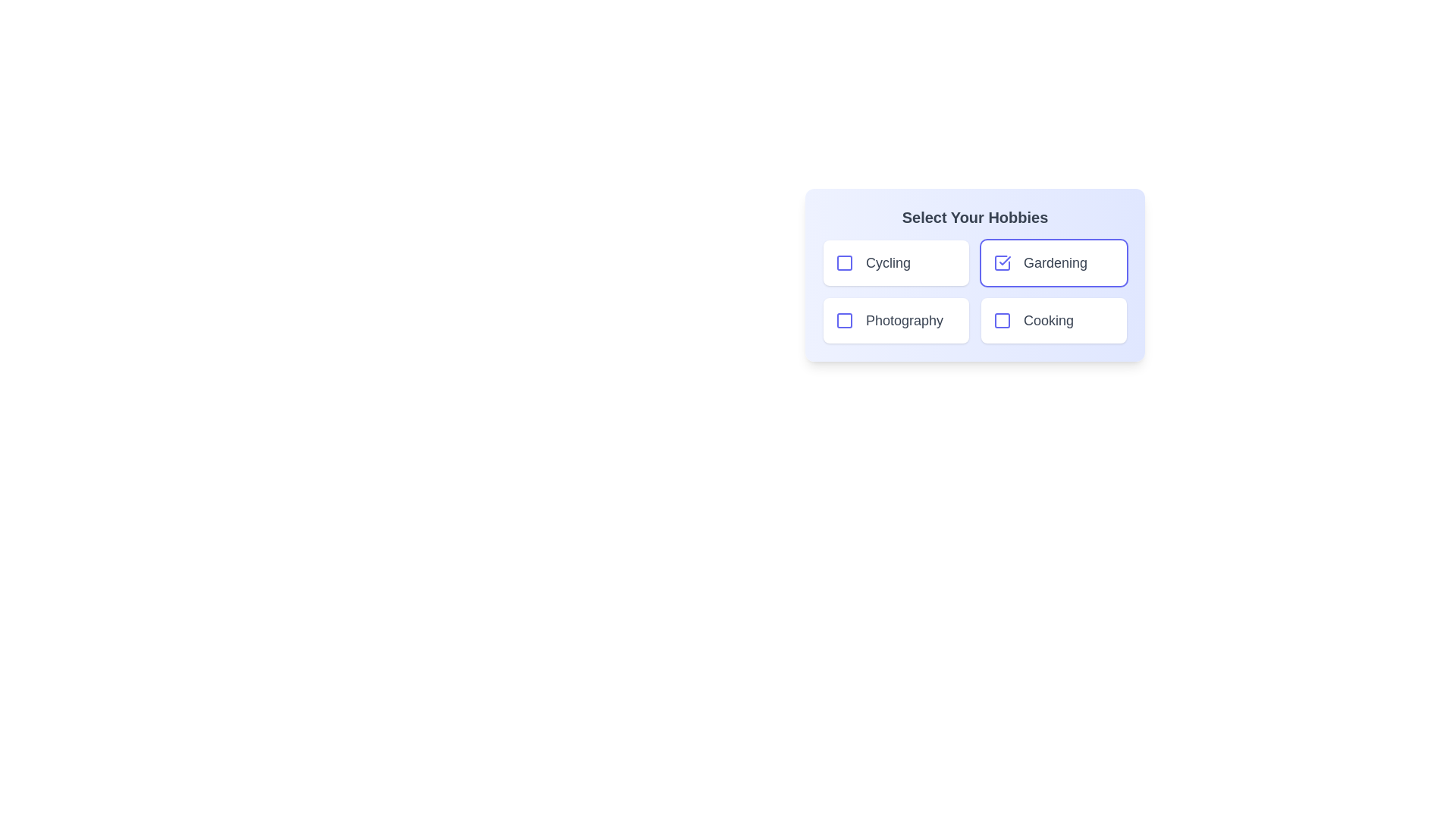 This screenshot has height=819, width=1456. Describe the element at coordinates (1002, 320) in the screenshot. I see `the hobby item Cooking` at that location.